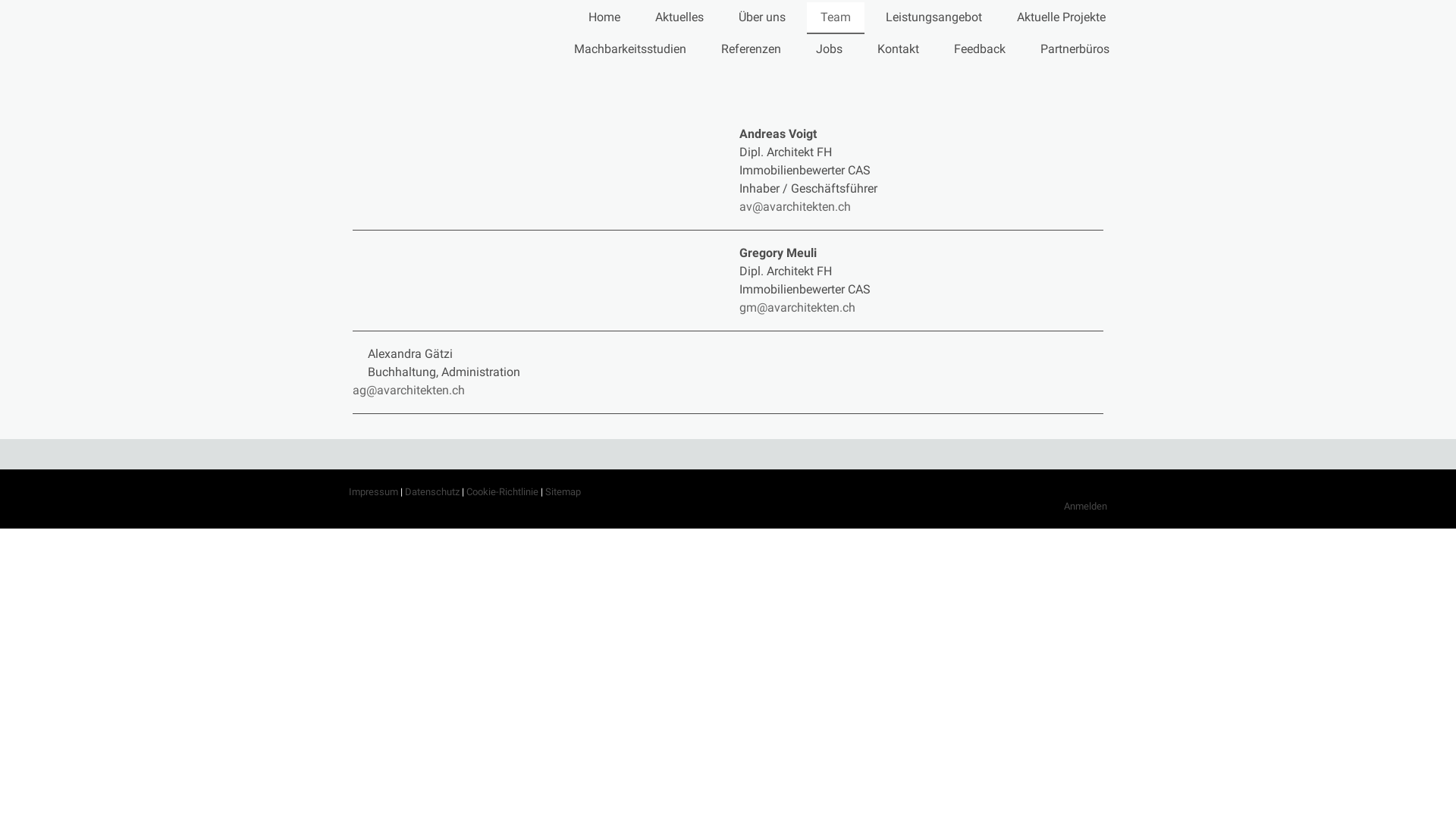  Describe the element at coordinates (562, 491) in the screenshot. I see `'Sitemap'` at that location.